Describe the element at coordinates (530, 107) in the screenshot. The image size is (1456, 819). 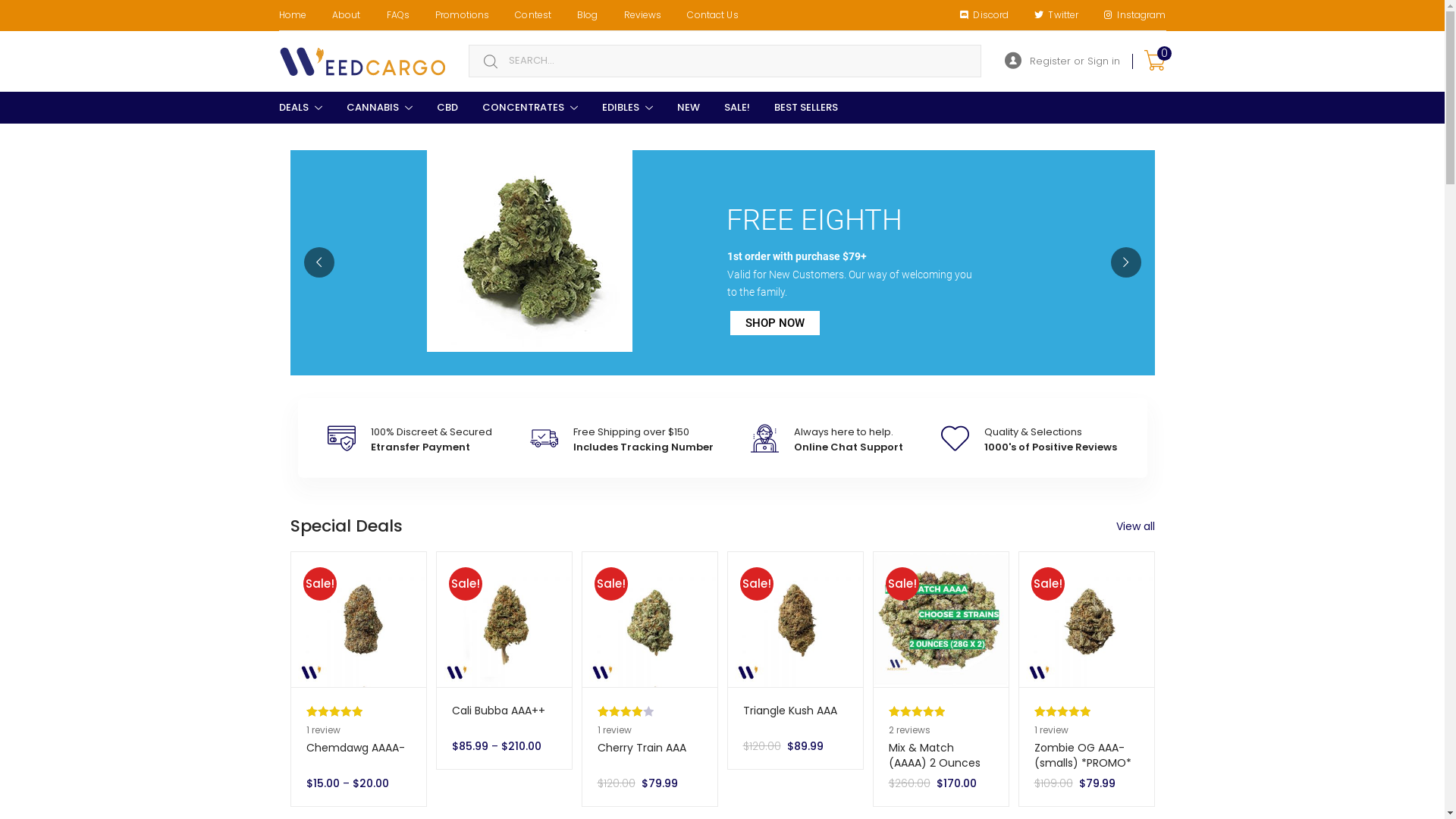
I see `'CONCENTRATES'` at that location.